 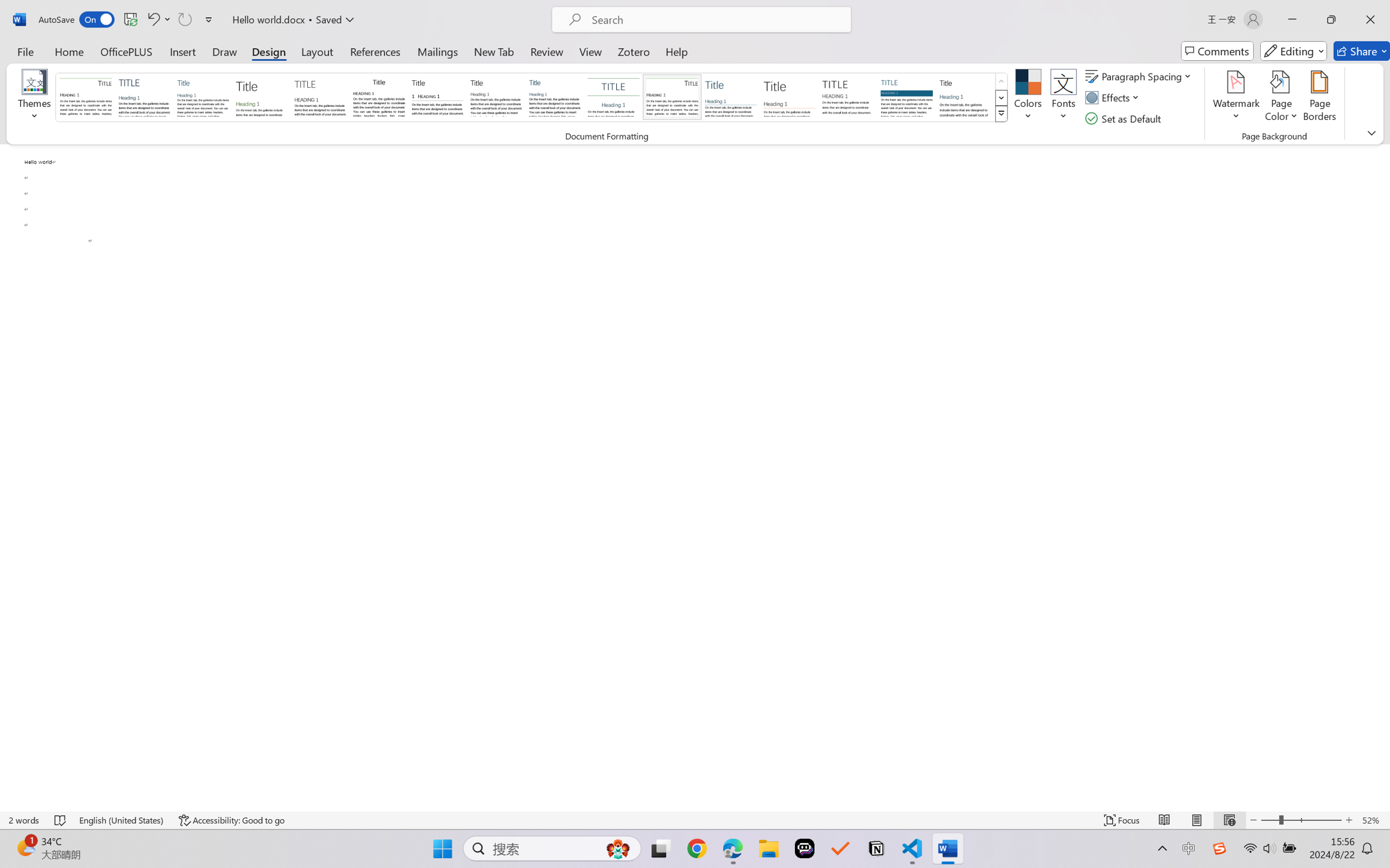 What do you see at coordinates (375, 51) in the screenshot?
I see `'References'` at bounding box center [375, 51].